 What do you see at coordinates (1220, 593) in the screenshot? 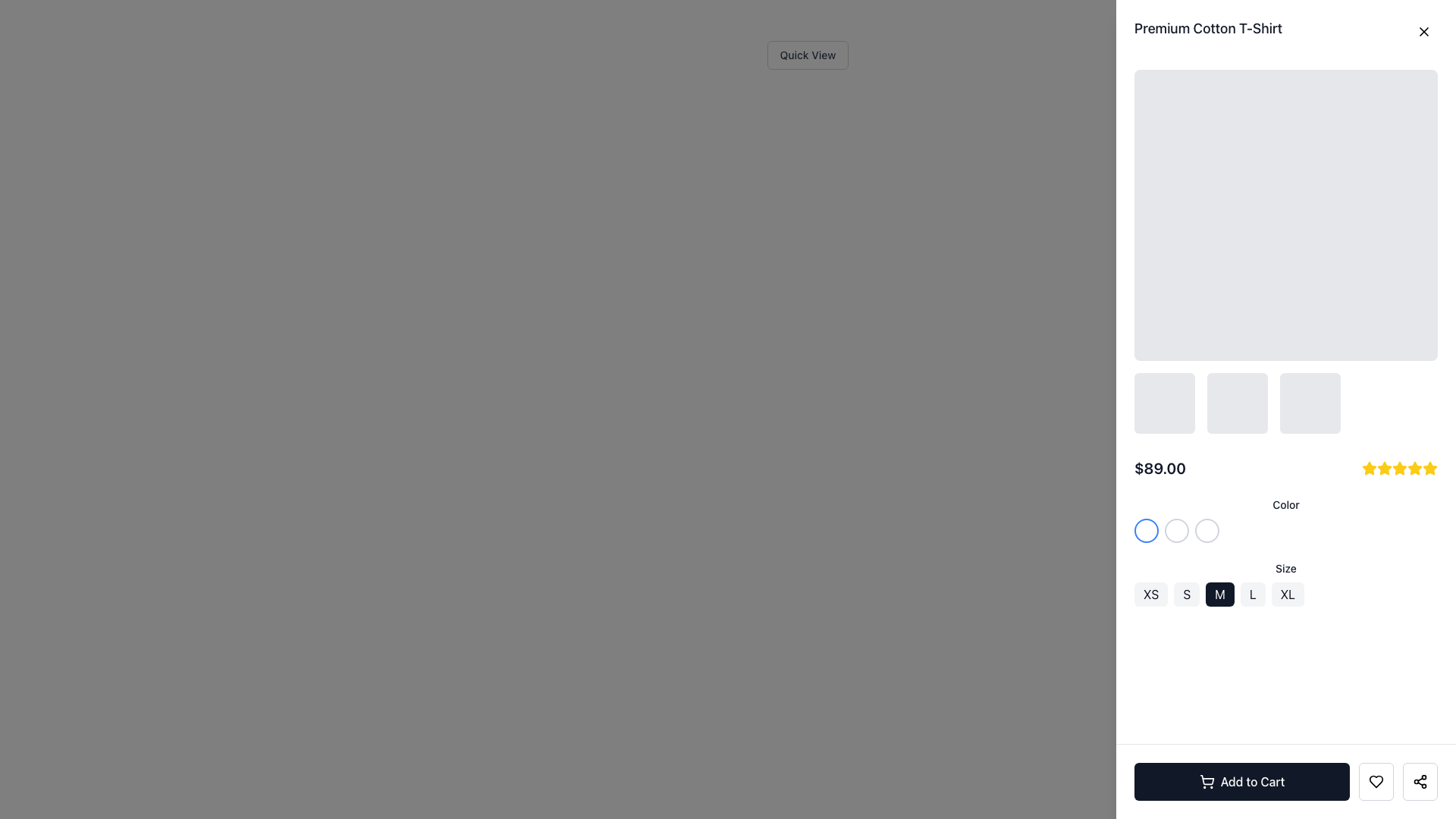
I see `the 'M' size button located in the bottom right section of the interface, between the 'S' and 'L' size buttons` at bounding box center [1220, 593].